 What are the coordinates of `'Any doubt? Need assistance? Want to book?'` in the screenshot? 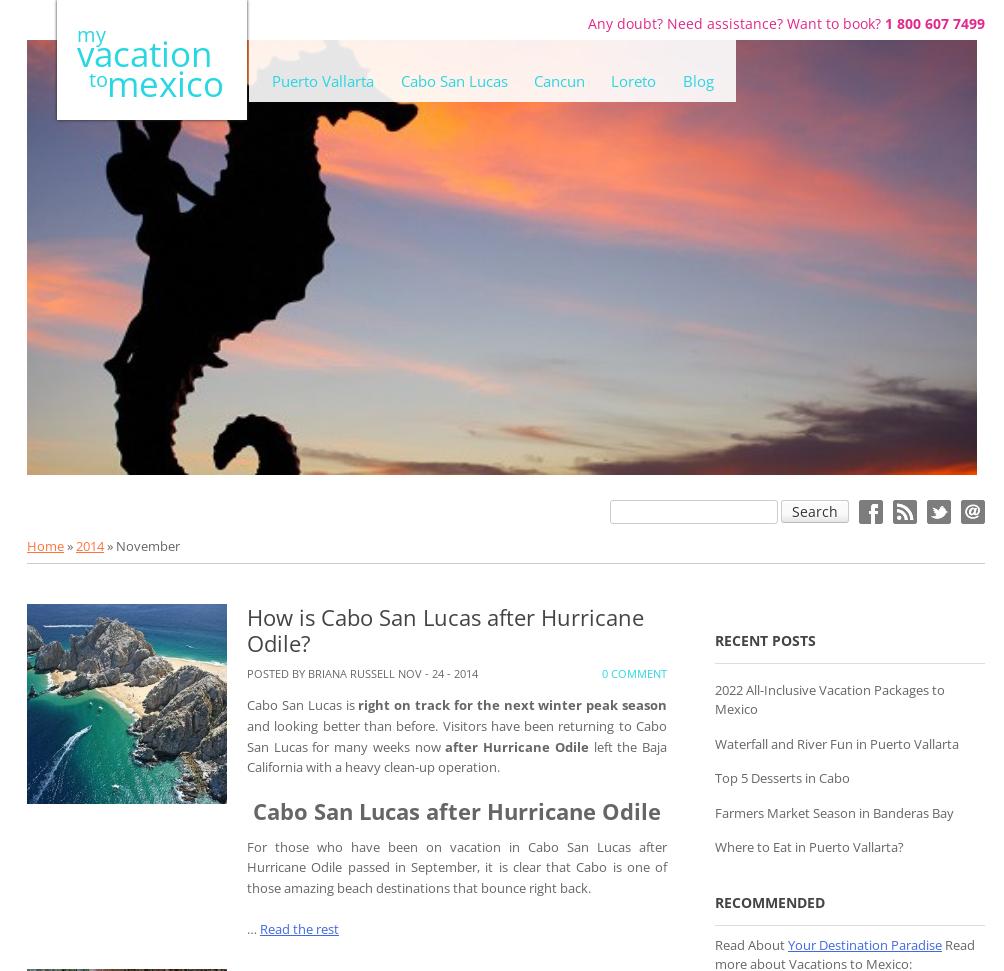 It's located at (735, 22).